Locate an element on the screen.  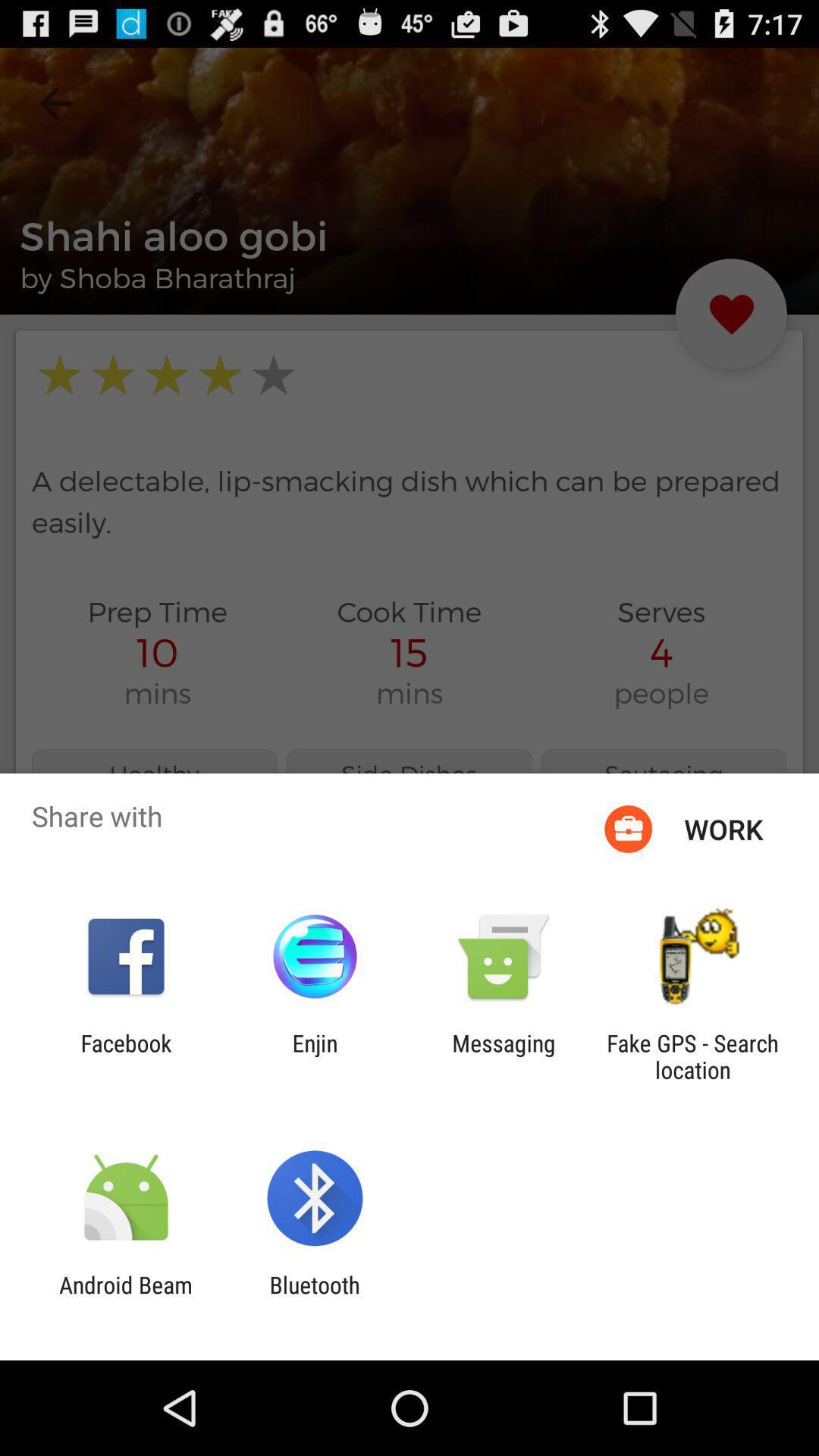
facebook icon is located at coordinates (125, 1056).